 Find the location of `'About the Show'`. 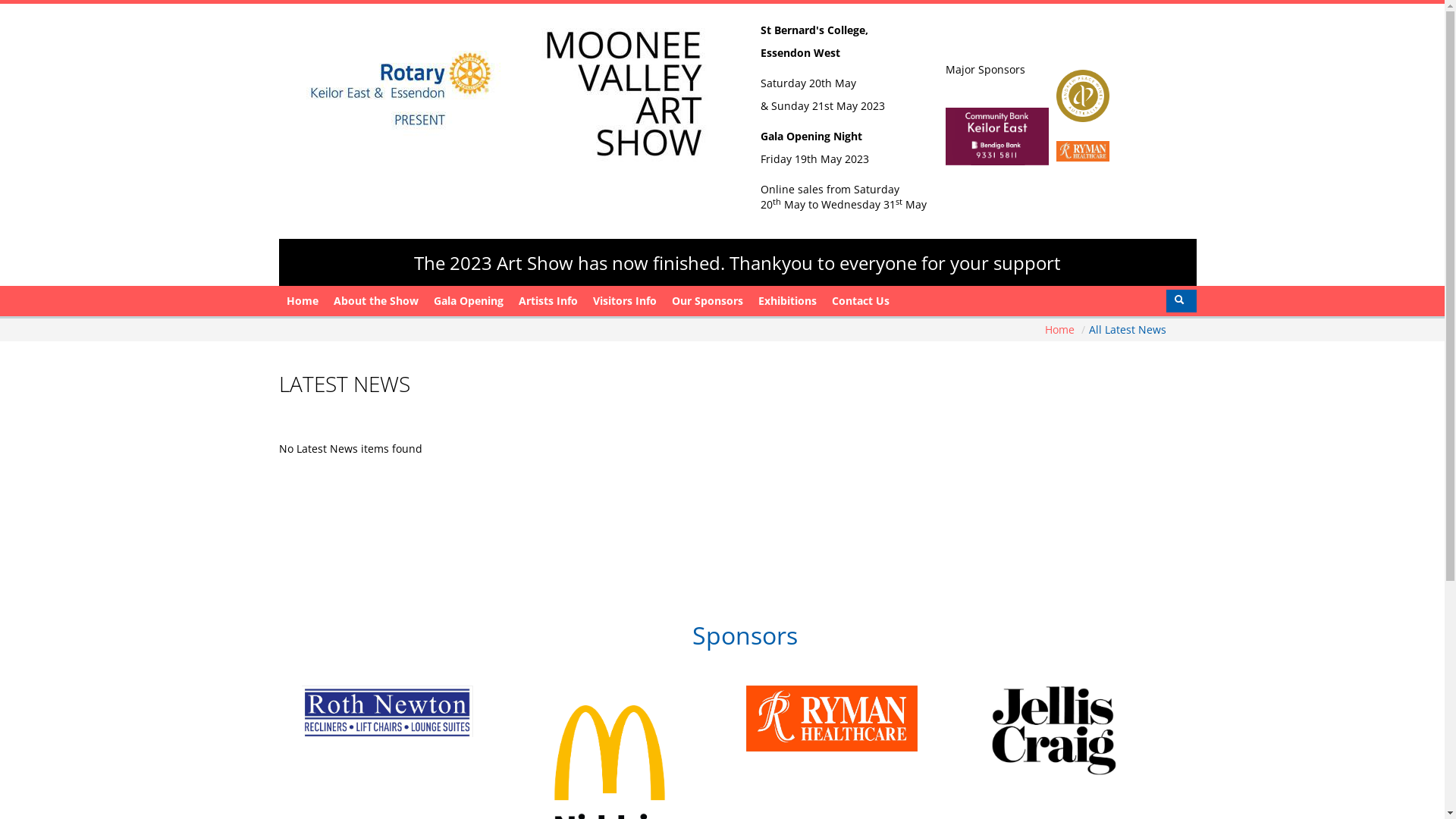

'About the Show' is located at coordinates (325, 301).